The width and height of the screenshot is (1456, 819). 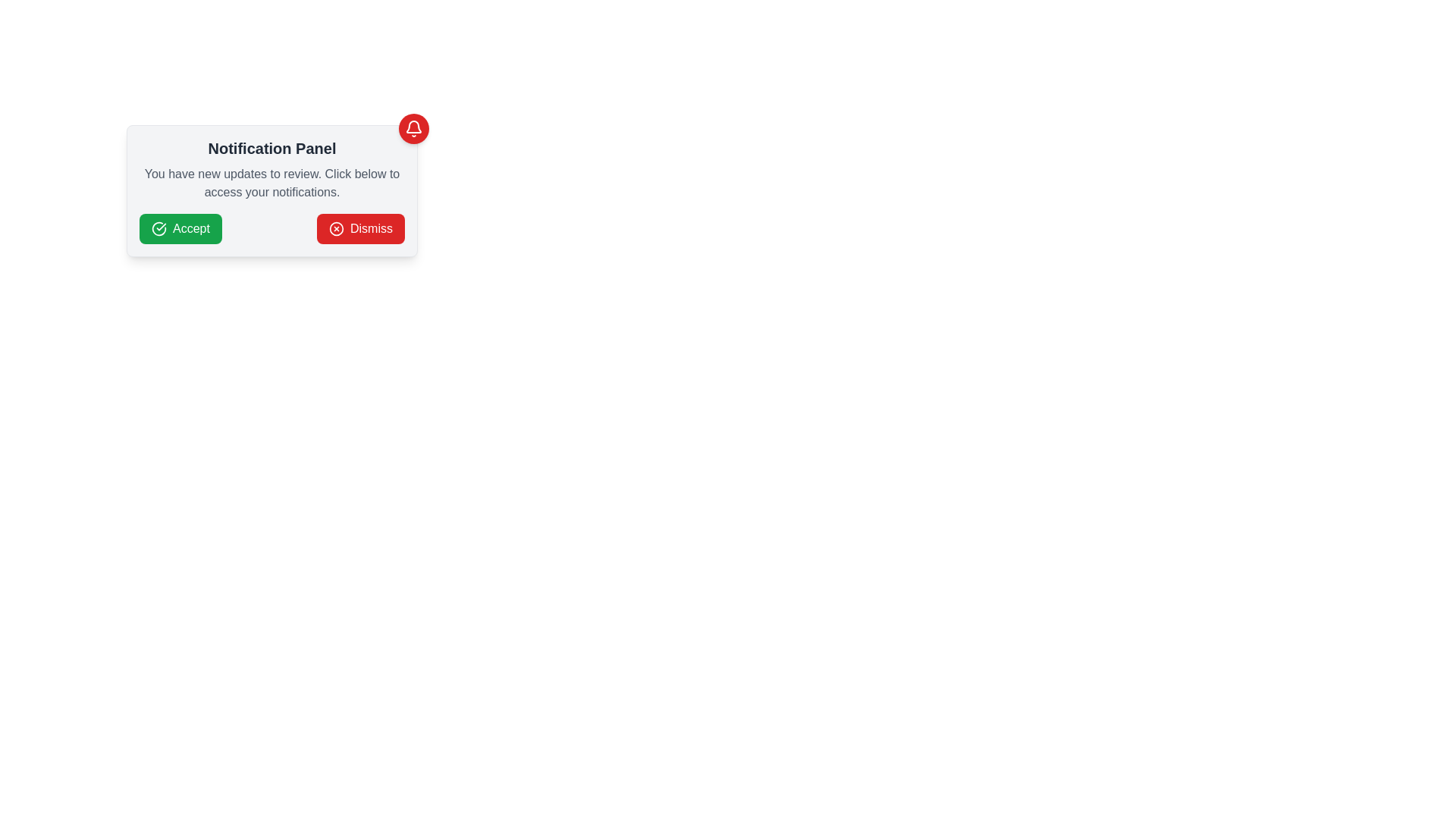 I want to click on the small red circular Notification badge with a white bell icon located at the top-right corner of the notification panel, so click(x=414, y=127).